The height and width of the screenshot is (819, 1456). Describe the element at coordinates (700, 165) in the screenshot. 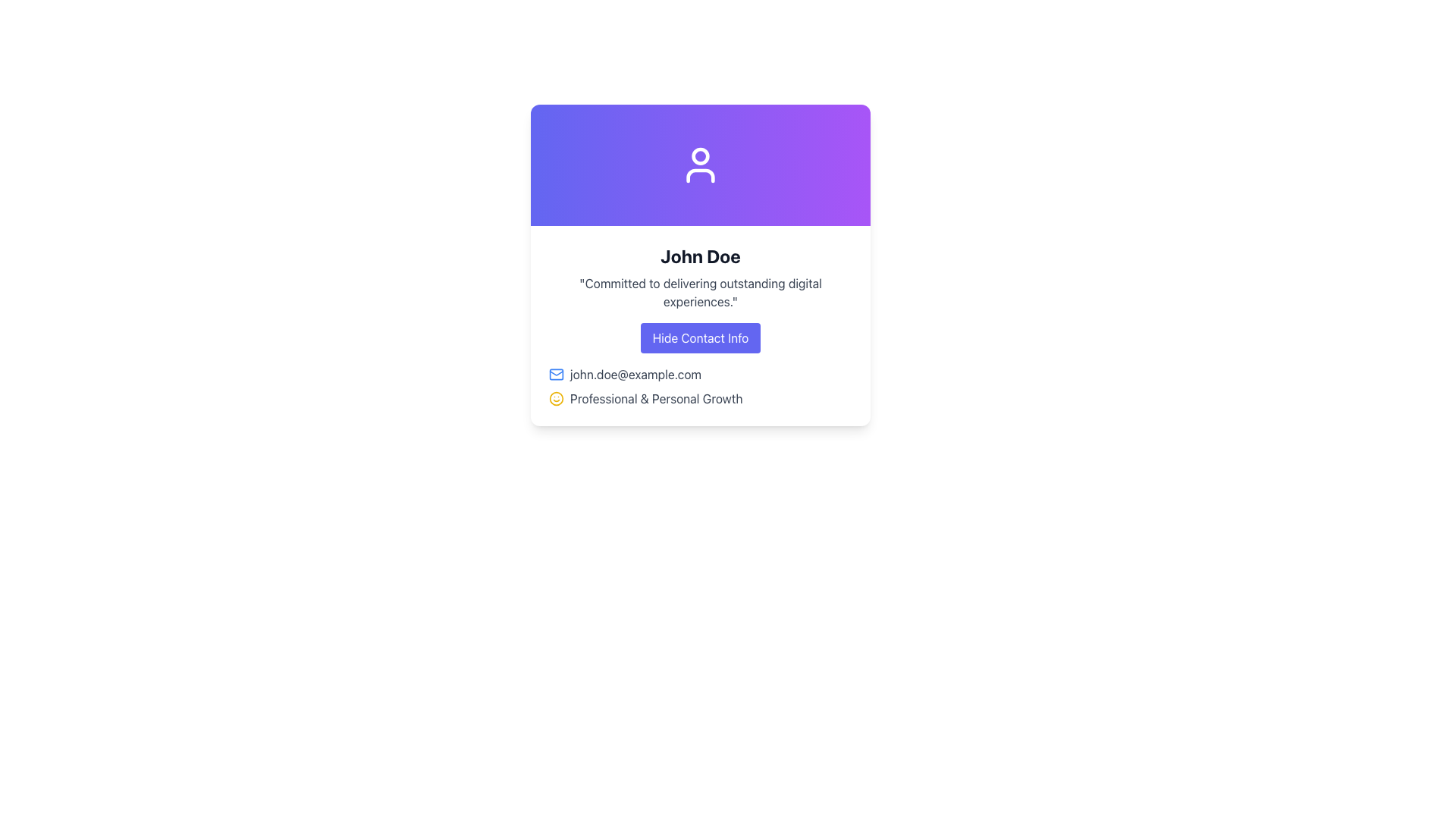

I see `the decorative element with a gradient background and a white user icon, located above the user's name 'John Doe'` at that location.